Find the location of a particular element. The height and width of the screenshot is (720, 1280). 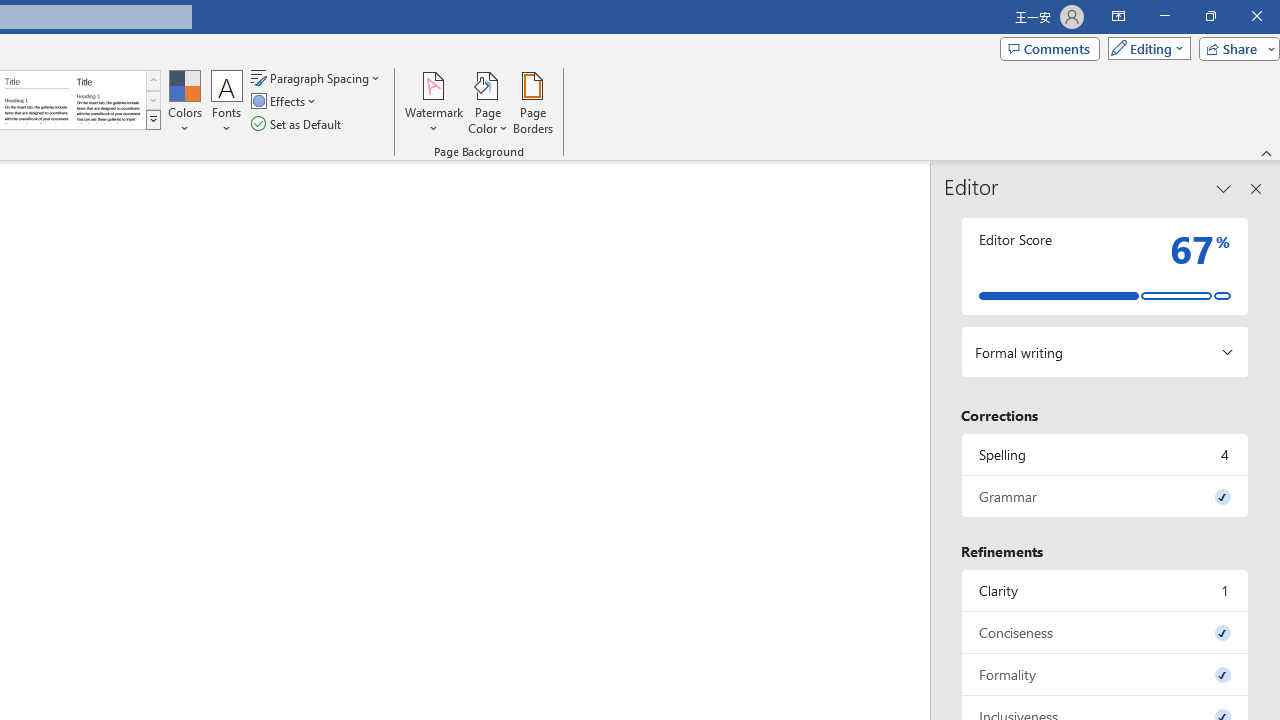

'Conciseness, 0 issues. Press space or enter to review items.' is located at coordinates (1104, 632).